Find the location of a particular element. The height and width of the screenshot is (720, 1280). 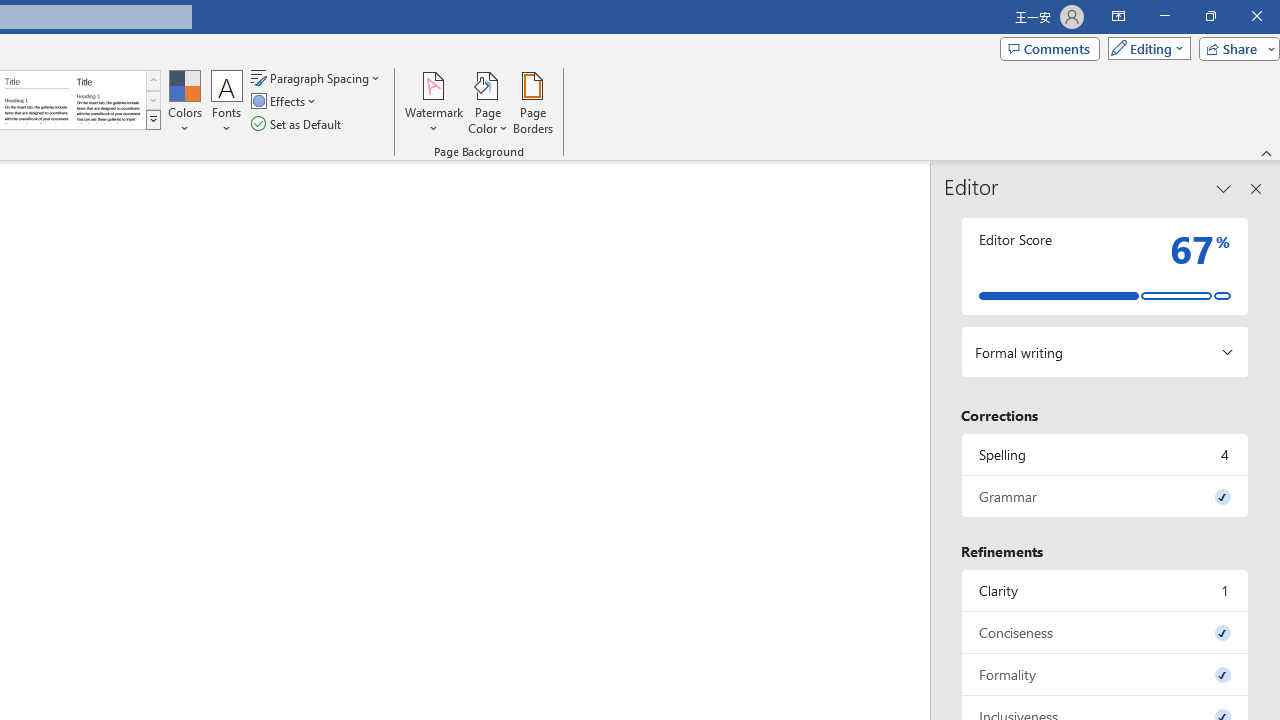

'Conciseness, 0 issues. Press space or enter to review items.' is located at coordinates (1104, 632).